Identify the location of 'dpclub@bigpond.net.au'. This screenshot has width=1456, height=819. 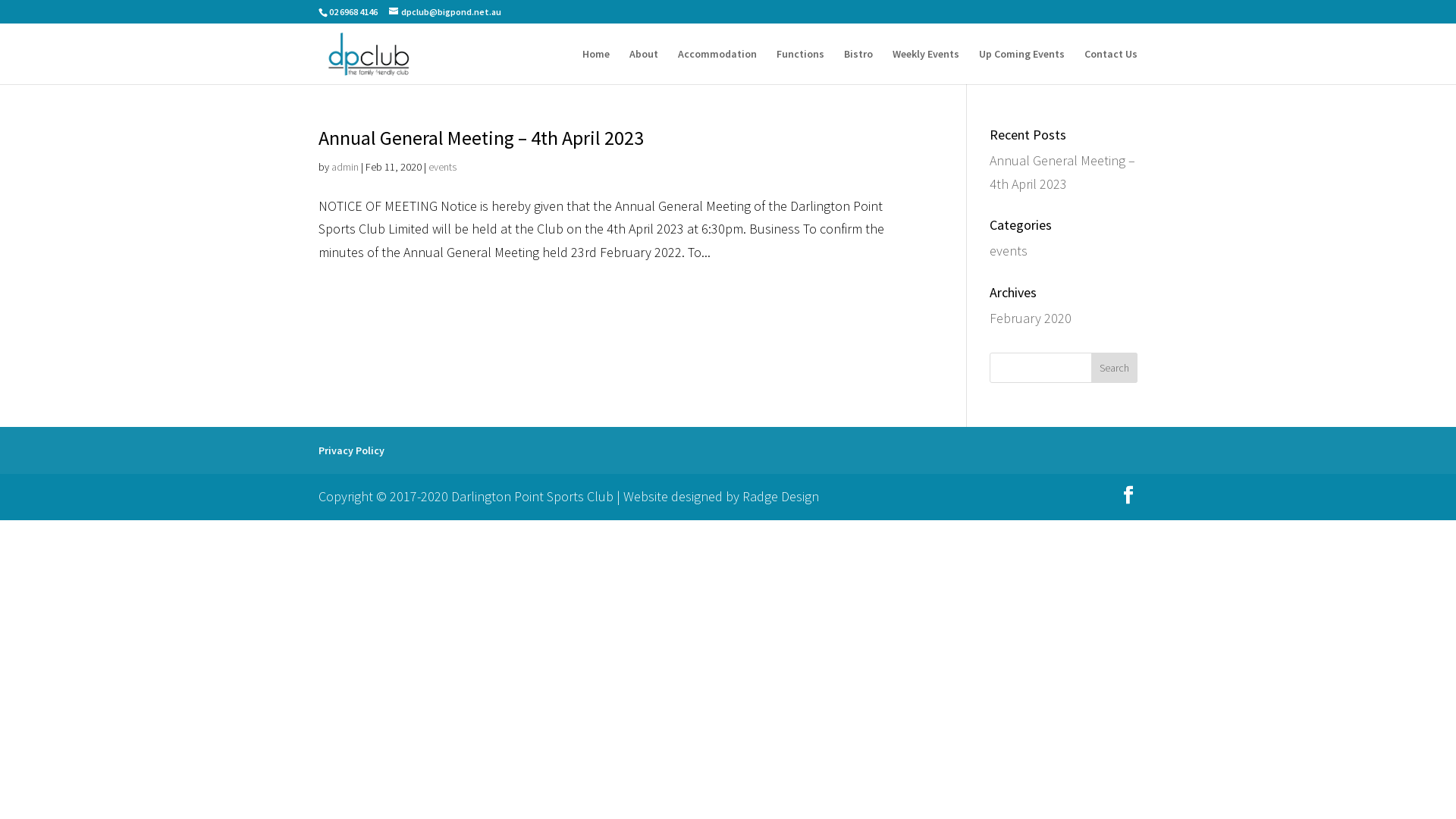
(444, 11).